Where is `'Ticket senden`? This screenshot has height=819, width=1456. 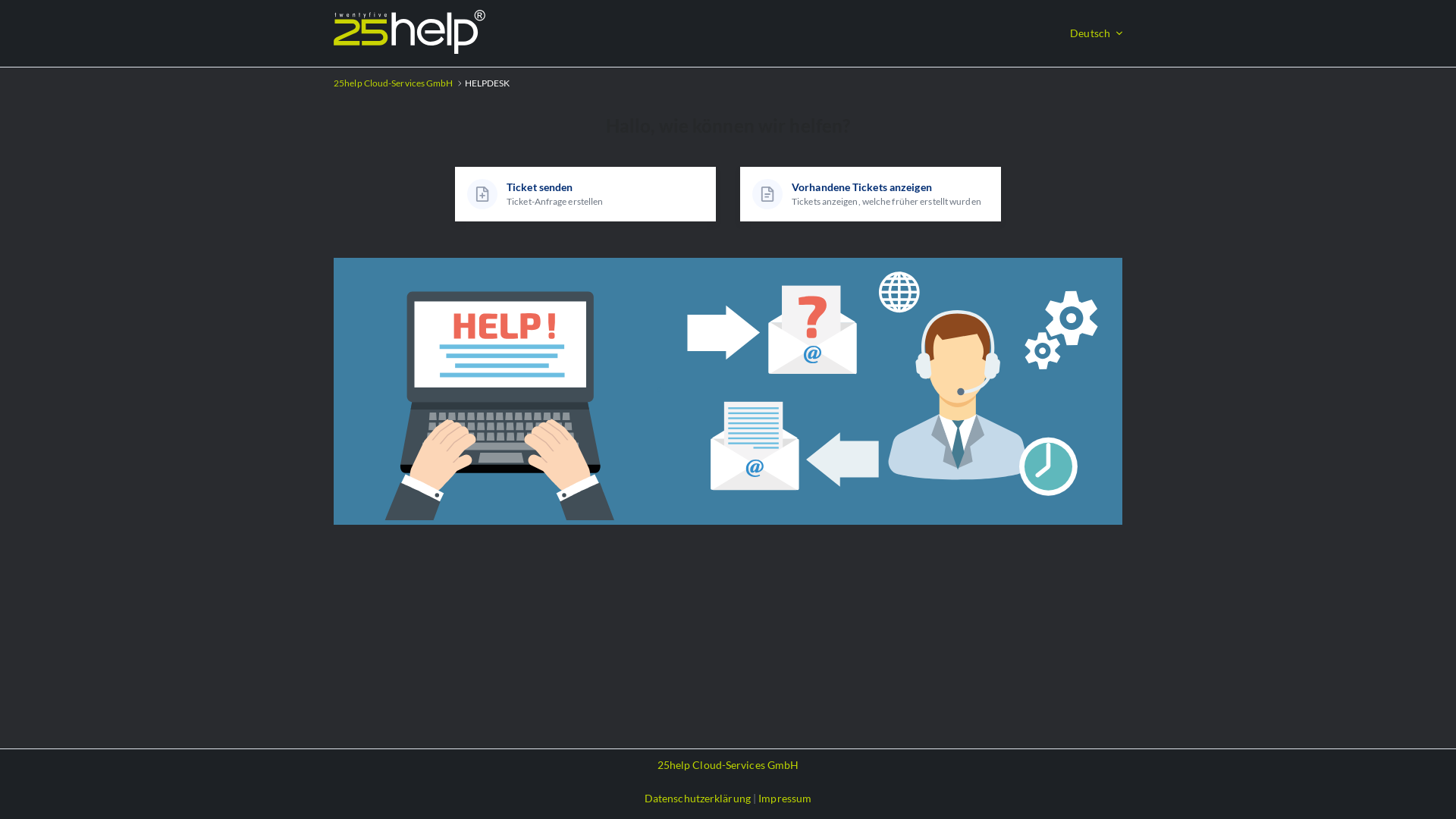
'Ticket senden is located at coordinates (585, 193).